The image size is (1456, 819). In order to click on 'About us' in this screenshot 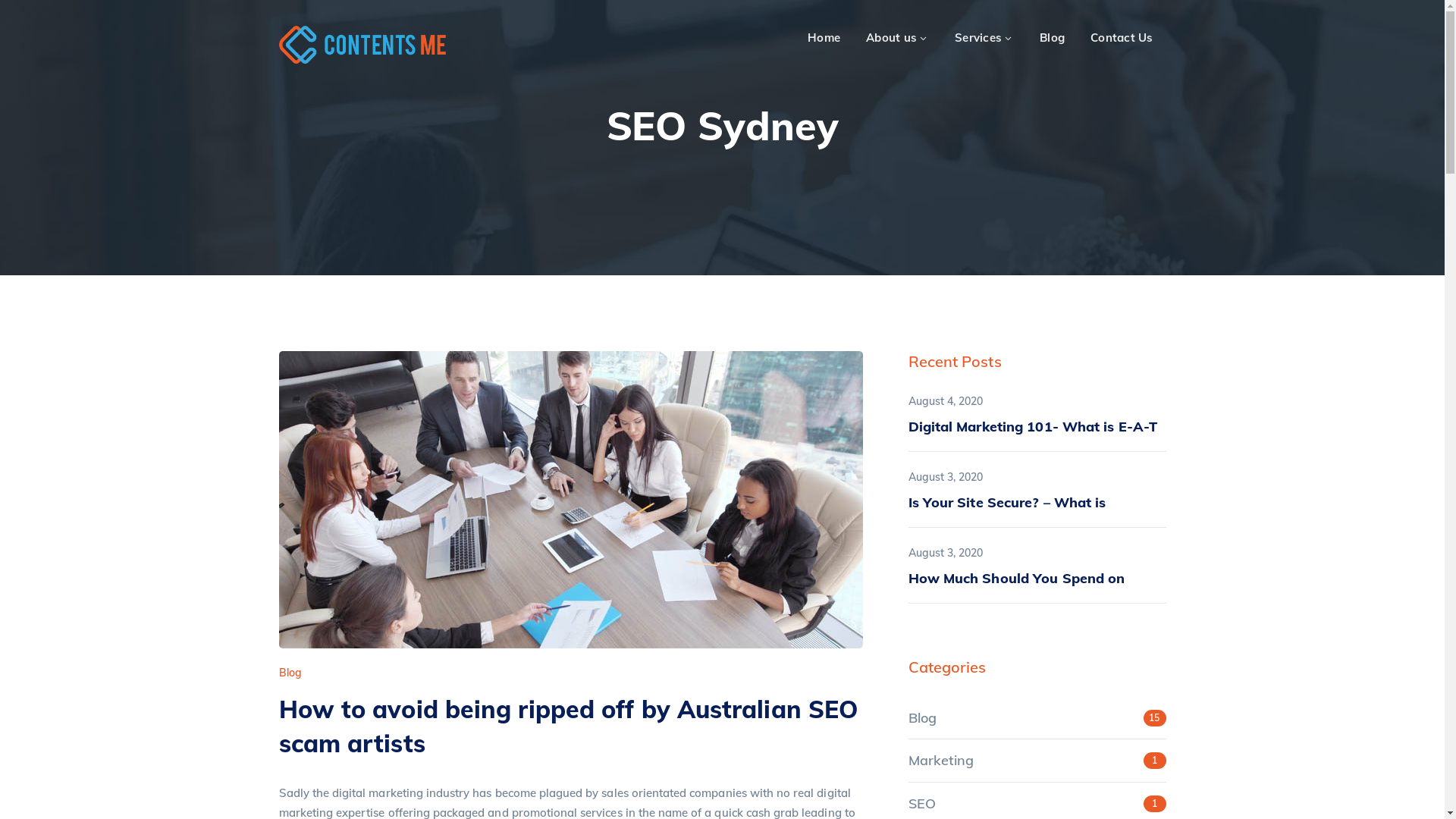, I will do `click(897, 37)`.